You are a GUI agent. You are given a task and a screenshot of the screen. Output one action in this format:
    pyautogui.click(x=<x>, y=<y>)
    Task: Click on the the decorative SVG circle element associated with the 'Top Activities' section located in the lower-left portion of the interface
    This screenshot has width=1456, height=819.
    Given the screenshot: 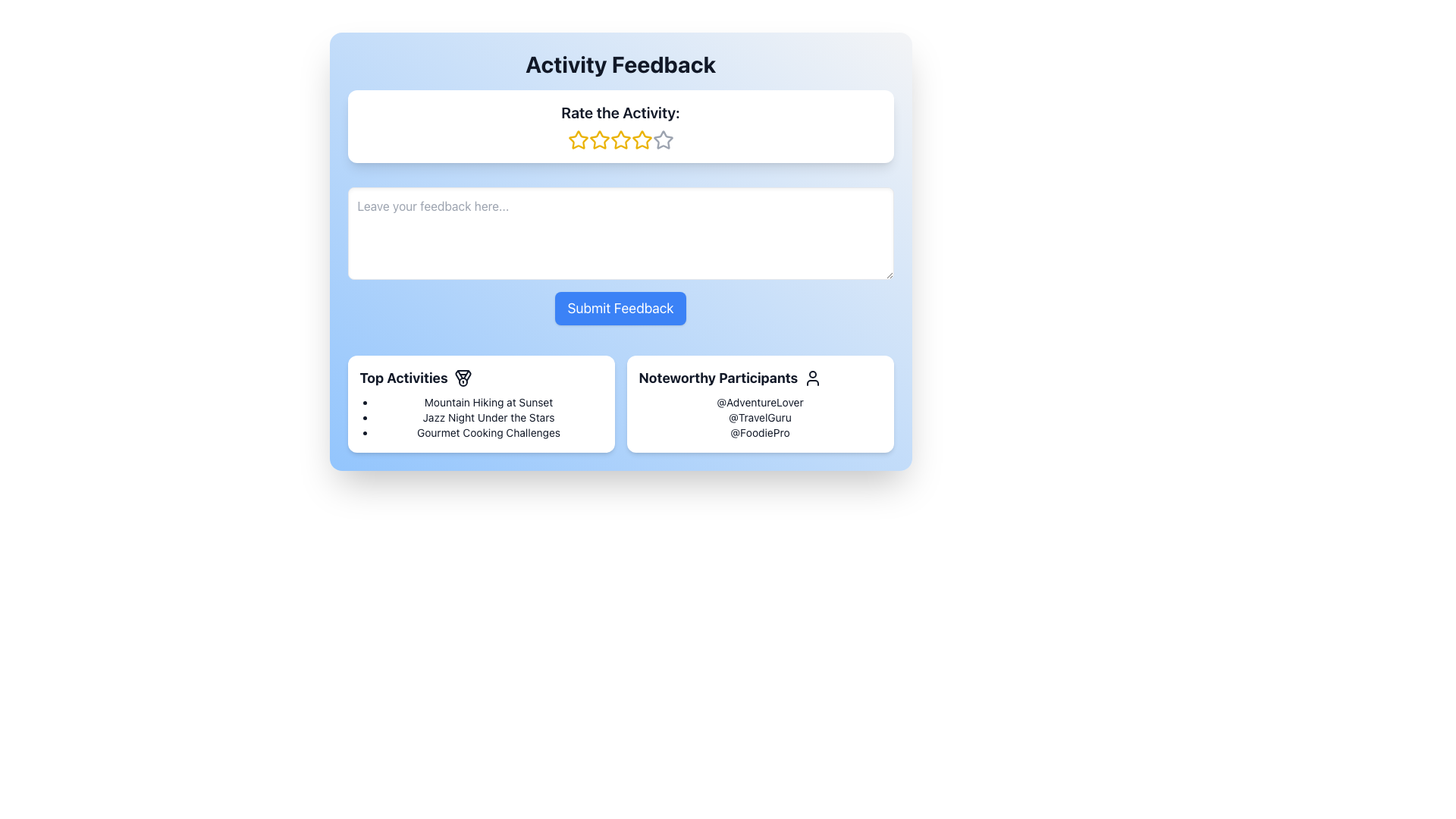 What is the action you would take?
    pyautogui.click(x=462, y=381)
    